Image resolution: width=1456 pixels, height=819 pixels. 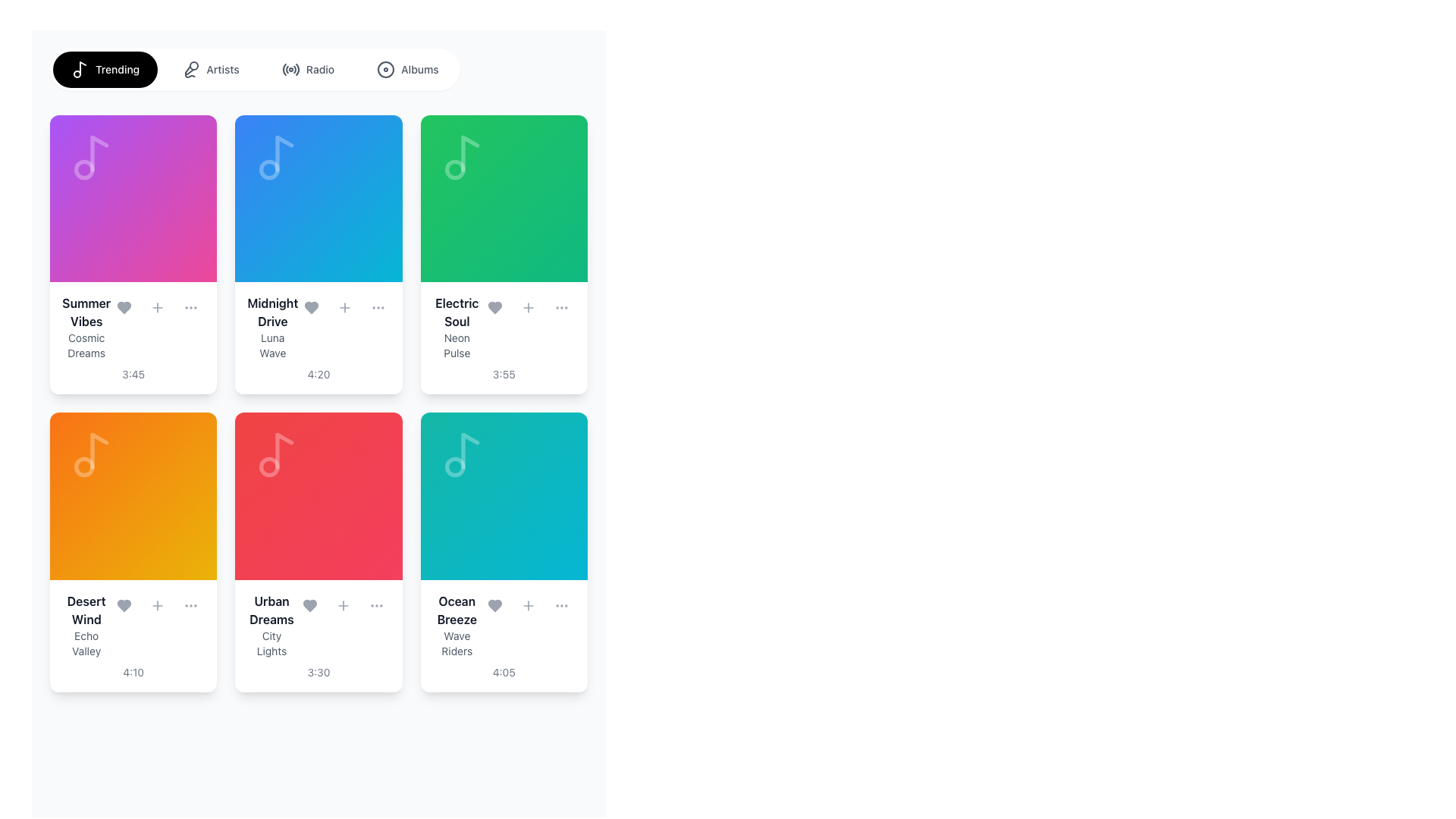 I want to click on the Text Display containing 'Summer Vibes' and 'Cosmic Dreams', so click(x=86, y=327).